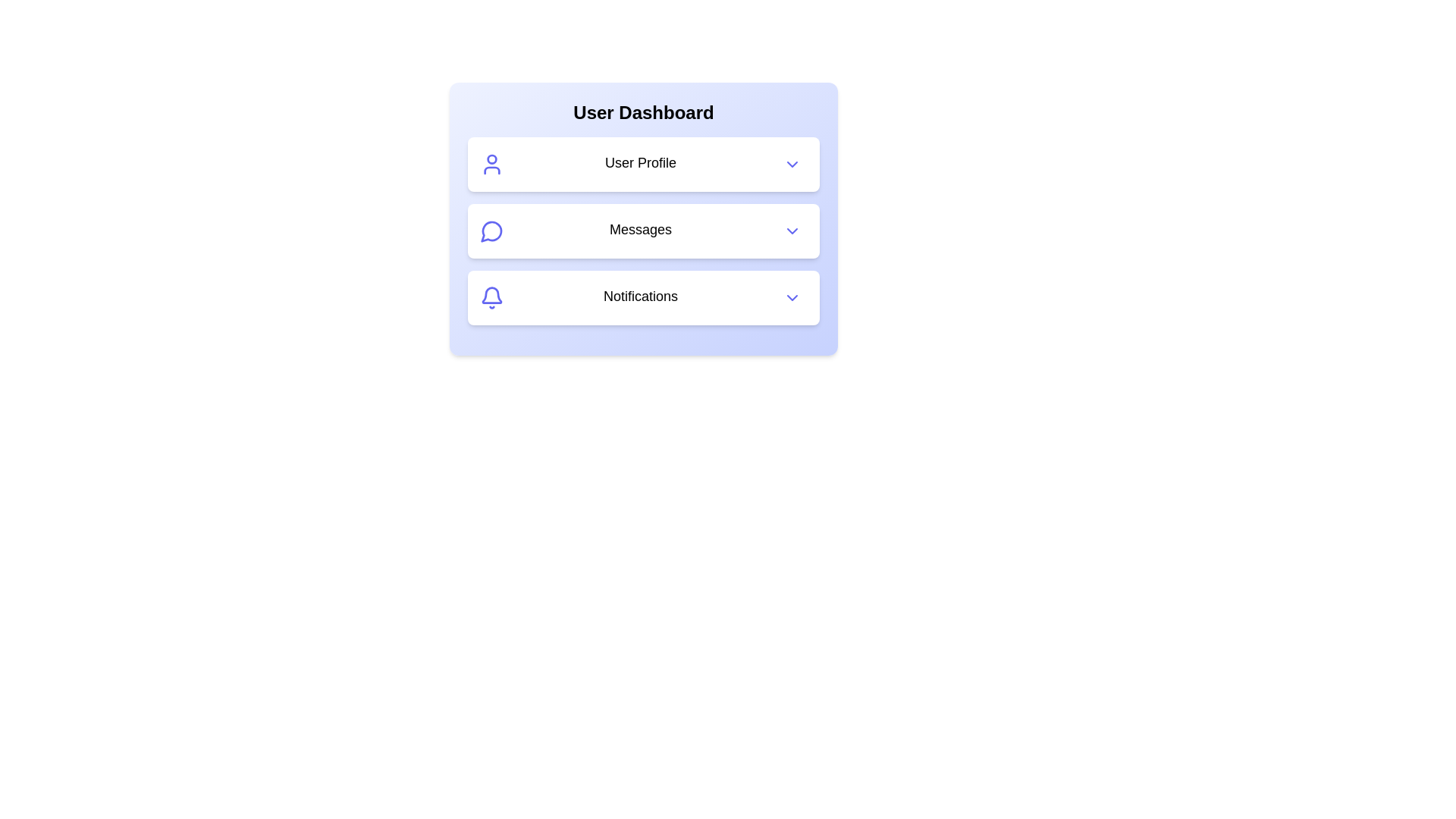  What do you see at coordinates (491, 164) in the screenshot?
I see `the icon corresponding to User Profile` at bounding box center [491, 164].